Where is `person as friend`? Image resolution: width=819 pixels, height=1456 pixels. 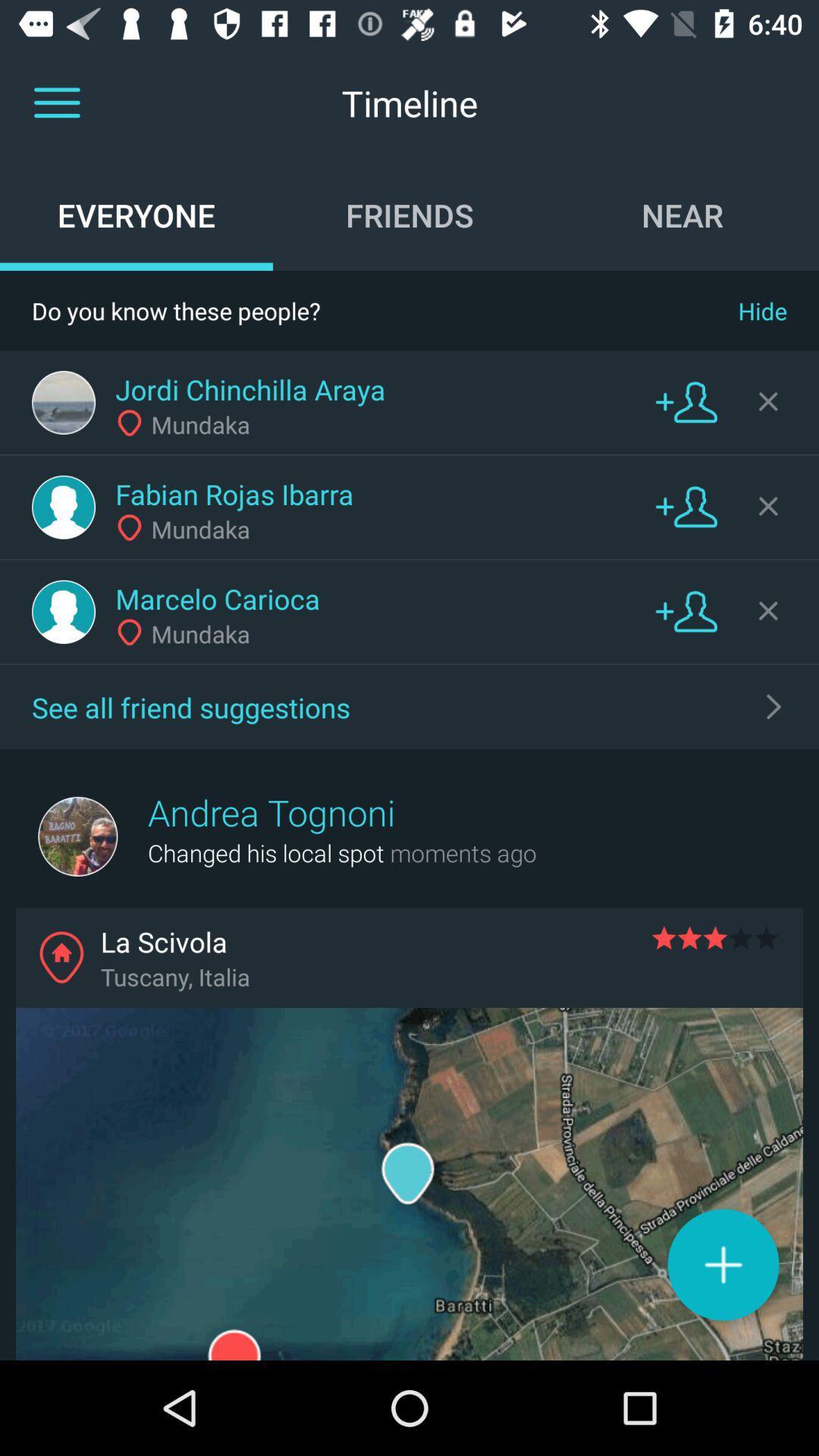
person as friend is located at coordinates (686, 401).